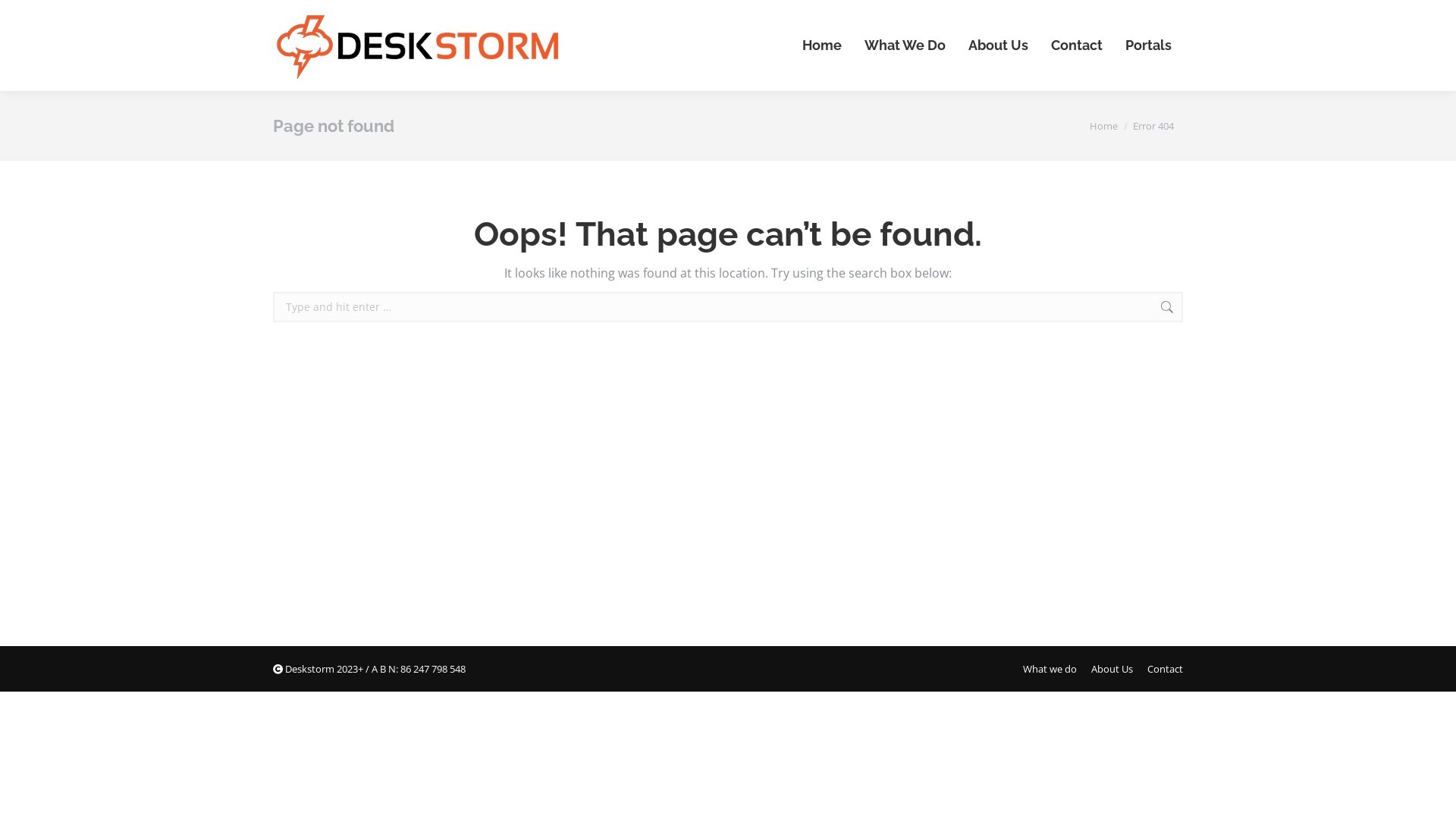  Describe the element at coordinates (1103, 124) in the screenshot. I see `'Home'` at that location.